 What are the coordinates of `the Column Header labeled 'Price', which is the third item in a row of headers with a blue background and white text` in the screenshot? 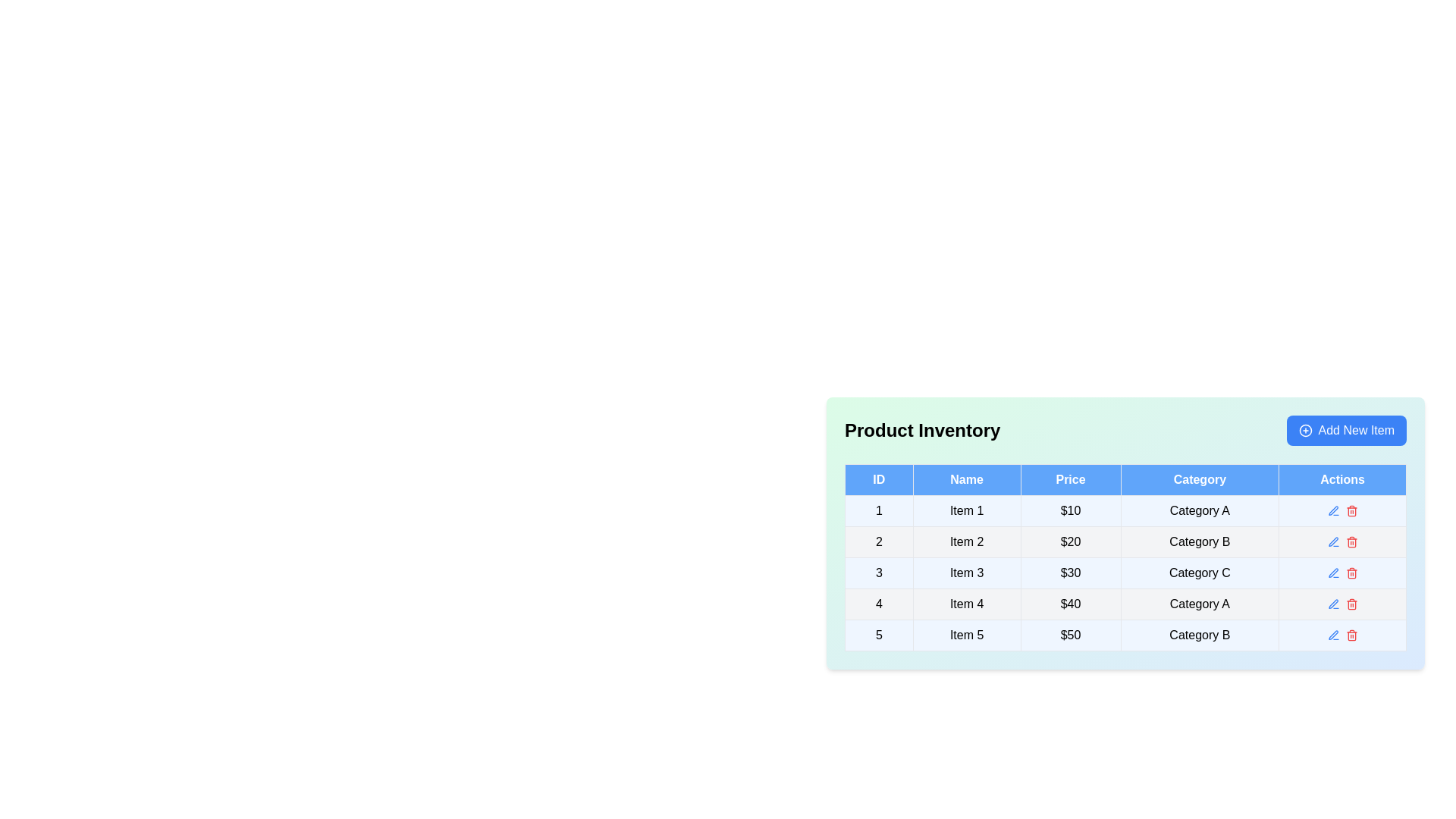 It's located at (1069, 479).